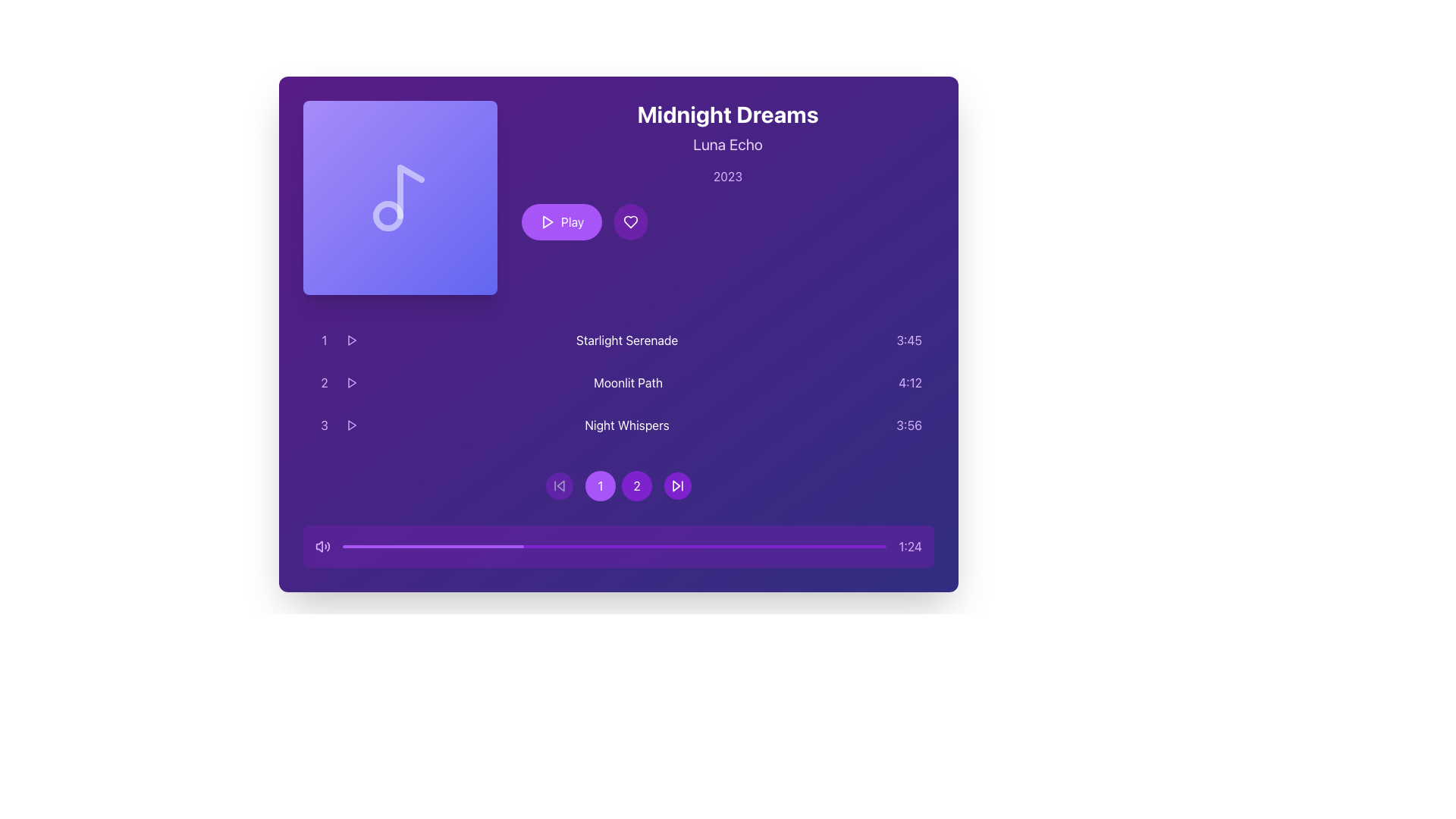 This screenshot has width=1456, height=819. Describe the element at coordinates (663, 547) in the screenshot. I see `playback position` at that location.